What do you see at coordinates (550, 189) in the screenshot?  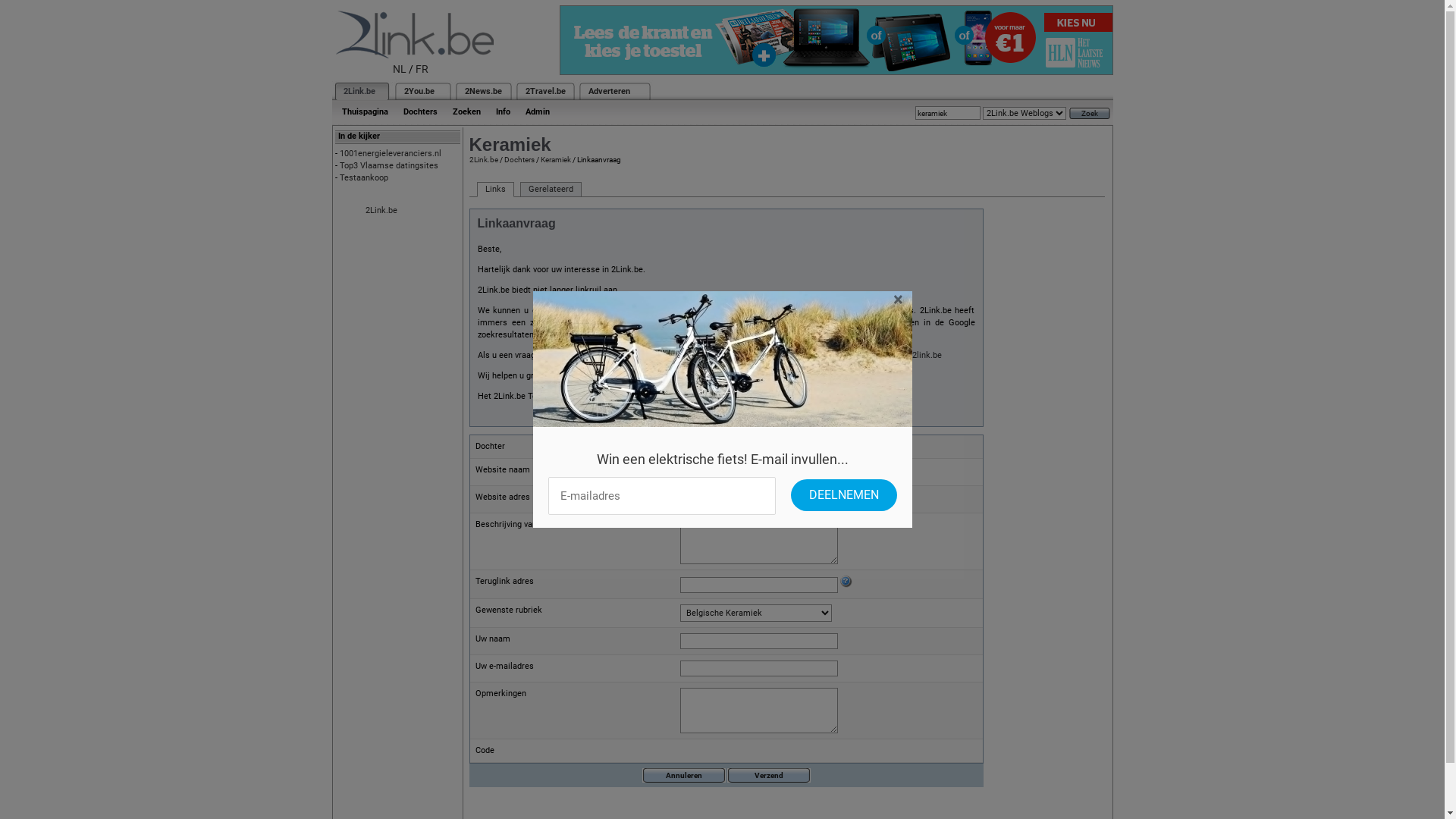 I see `'Gerelateerd'` at bounding box center [550, 189].